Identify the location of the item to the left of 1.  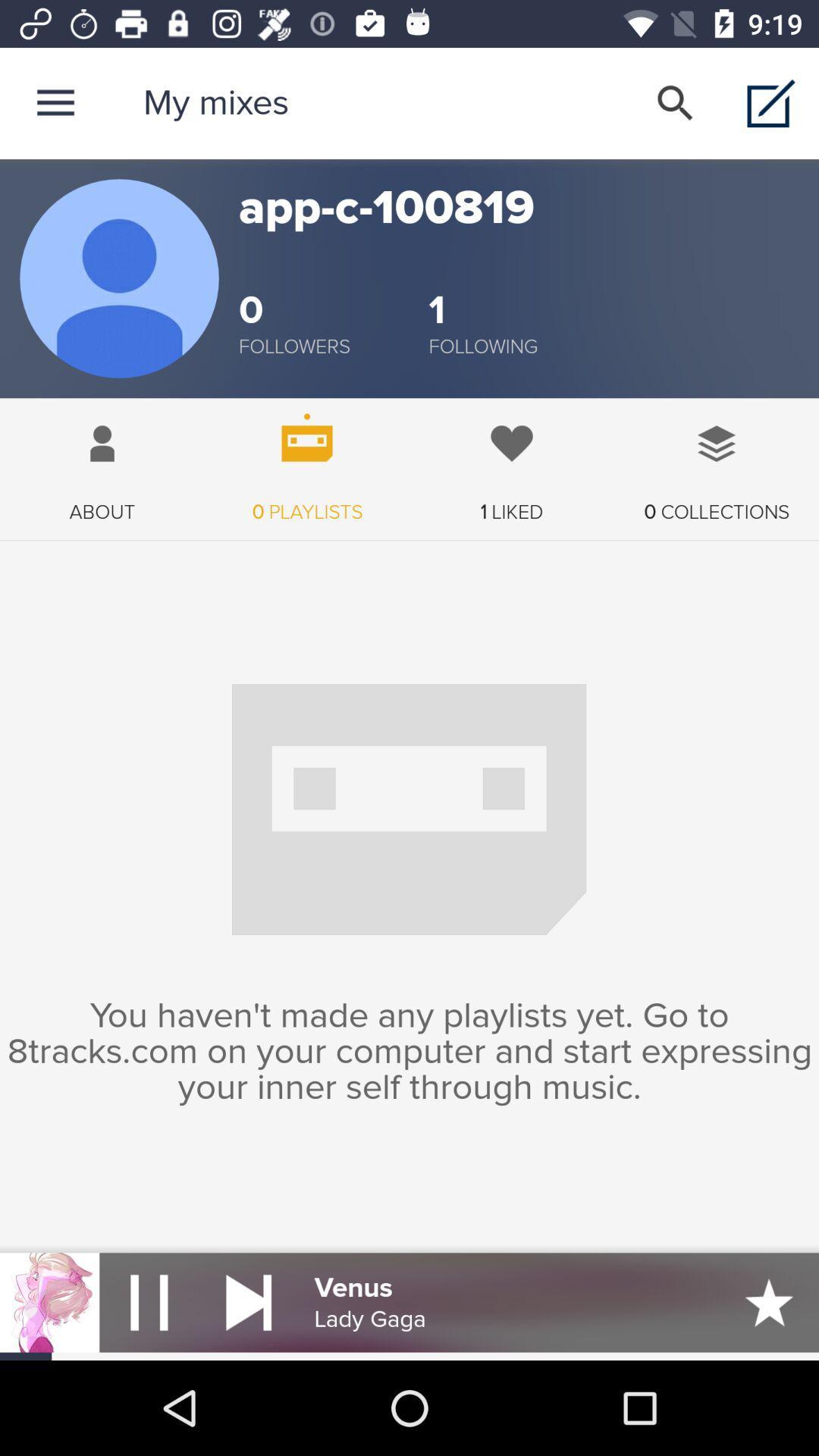
(294, 346).